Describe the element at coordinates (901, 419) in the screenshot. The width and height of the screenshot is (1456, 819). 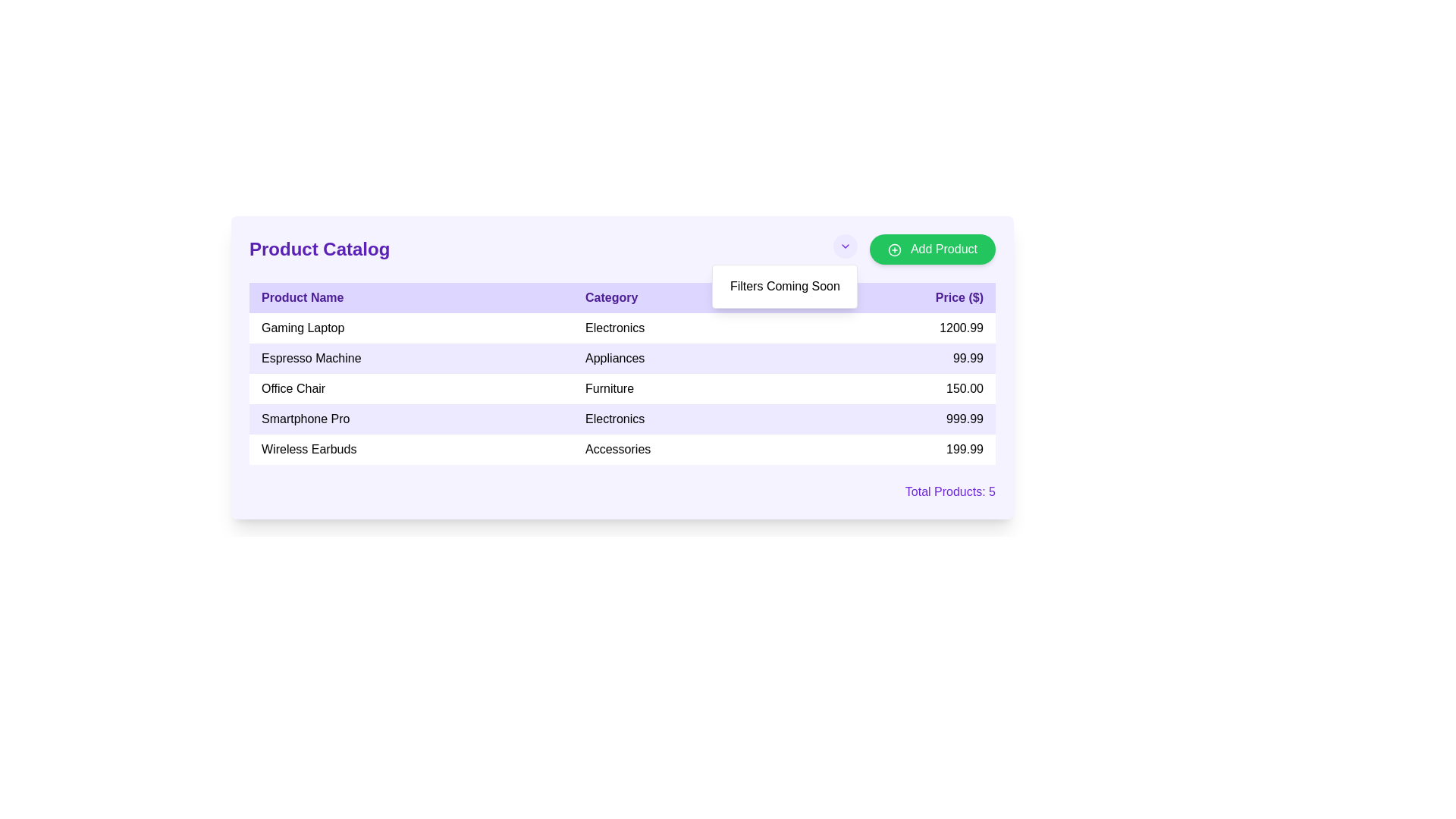
I see `the numeric display reading '999.99' in the price column of the table, which is the last element in the row for 'Smartphone Pro' under 'Electronics'` at that location.